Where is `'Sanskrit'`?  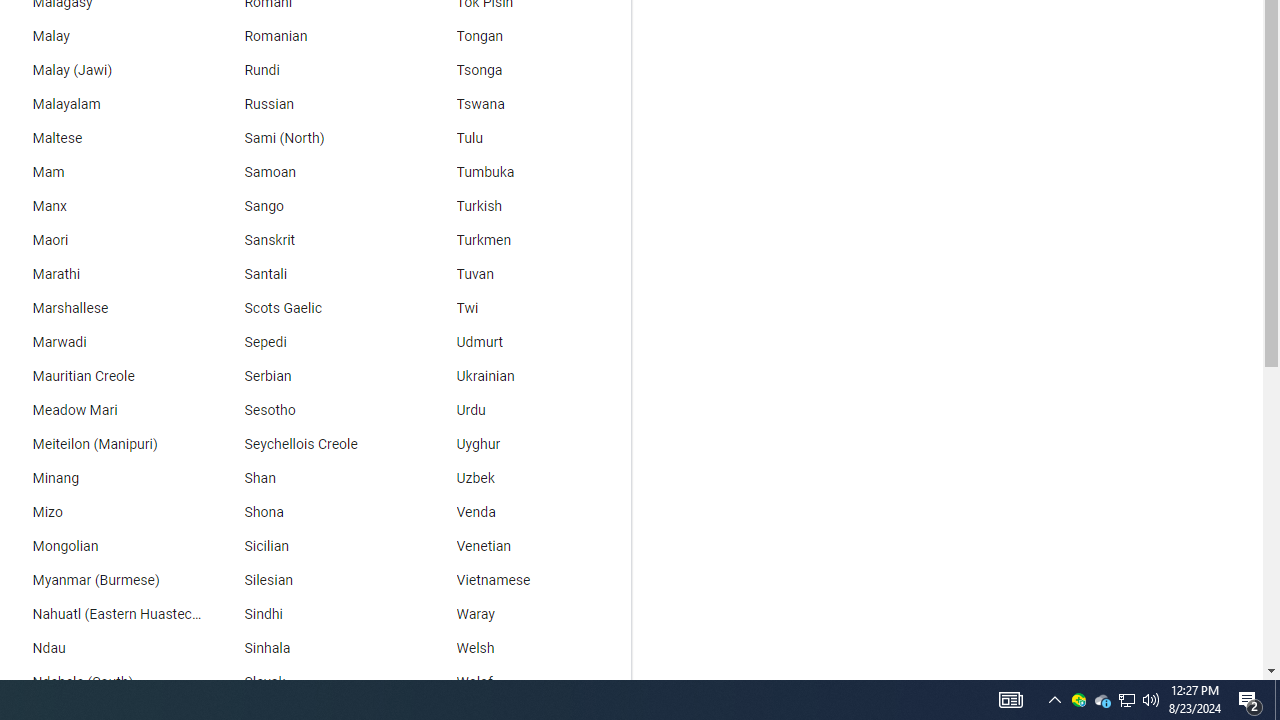 'Sanskrit' is located at coordinates (311, 239).